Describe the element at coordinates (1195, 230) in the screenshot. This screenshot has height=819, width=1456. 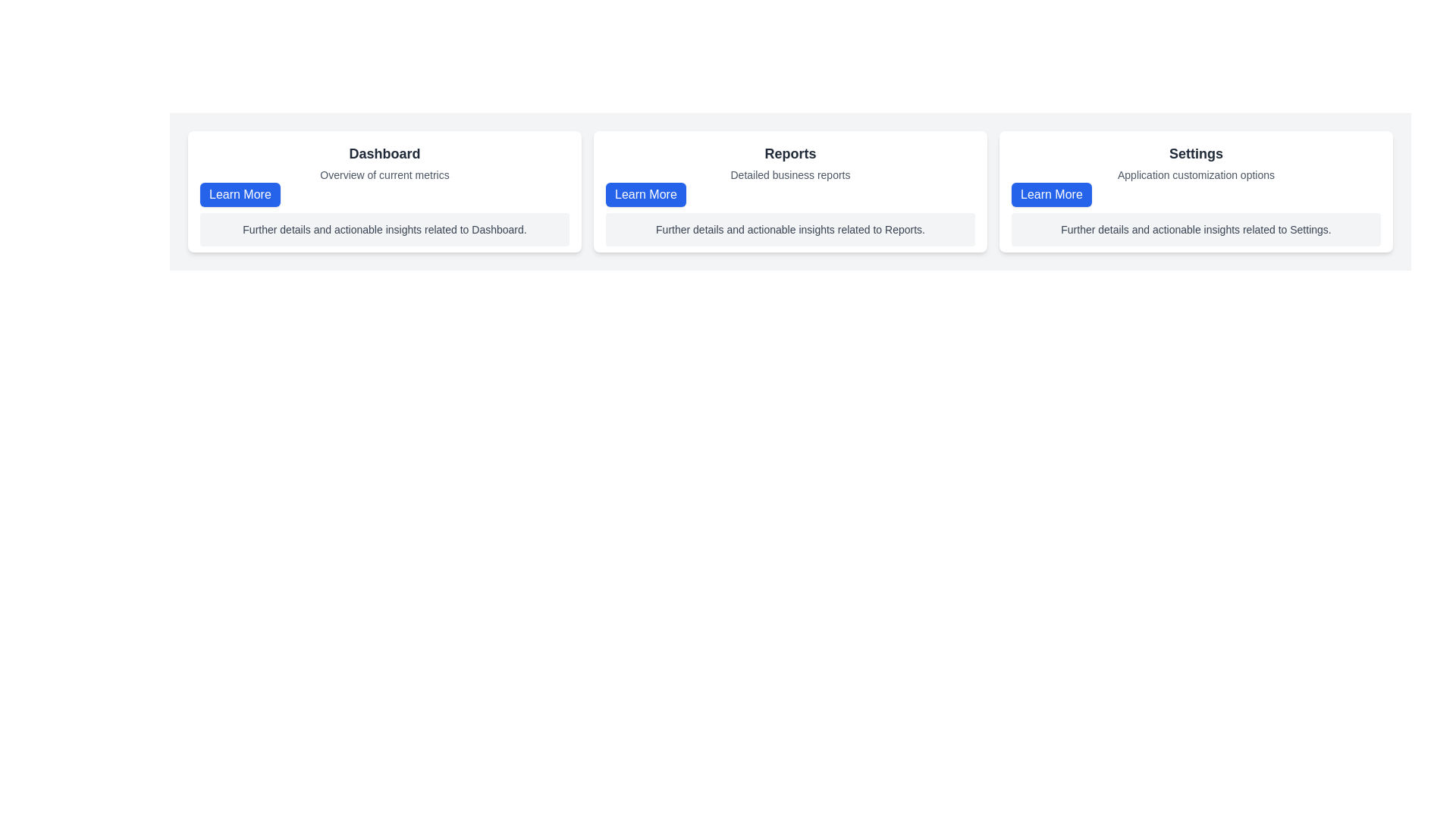
I see `the text label that reads 'Further details and actionable insights related to Settings.' located in the Settings panel, below the 'Learn More' button` at that location.